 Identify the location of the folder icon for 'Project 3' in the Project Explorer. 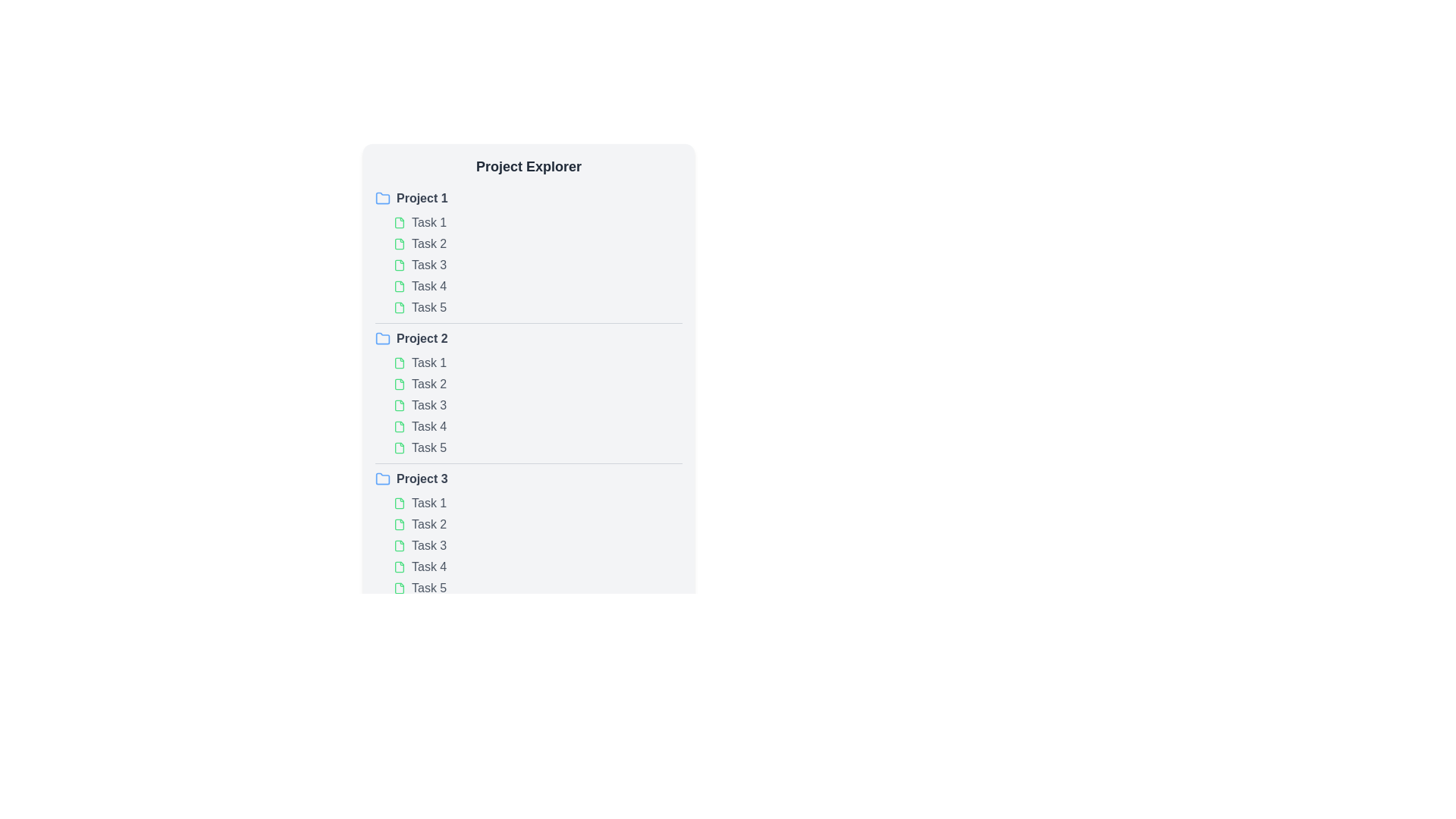
(382, 479).